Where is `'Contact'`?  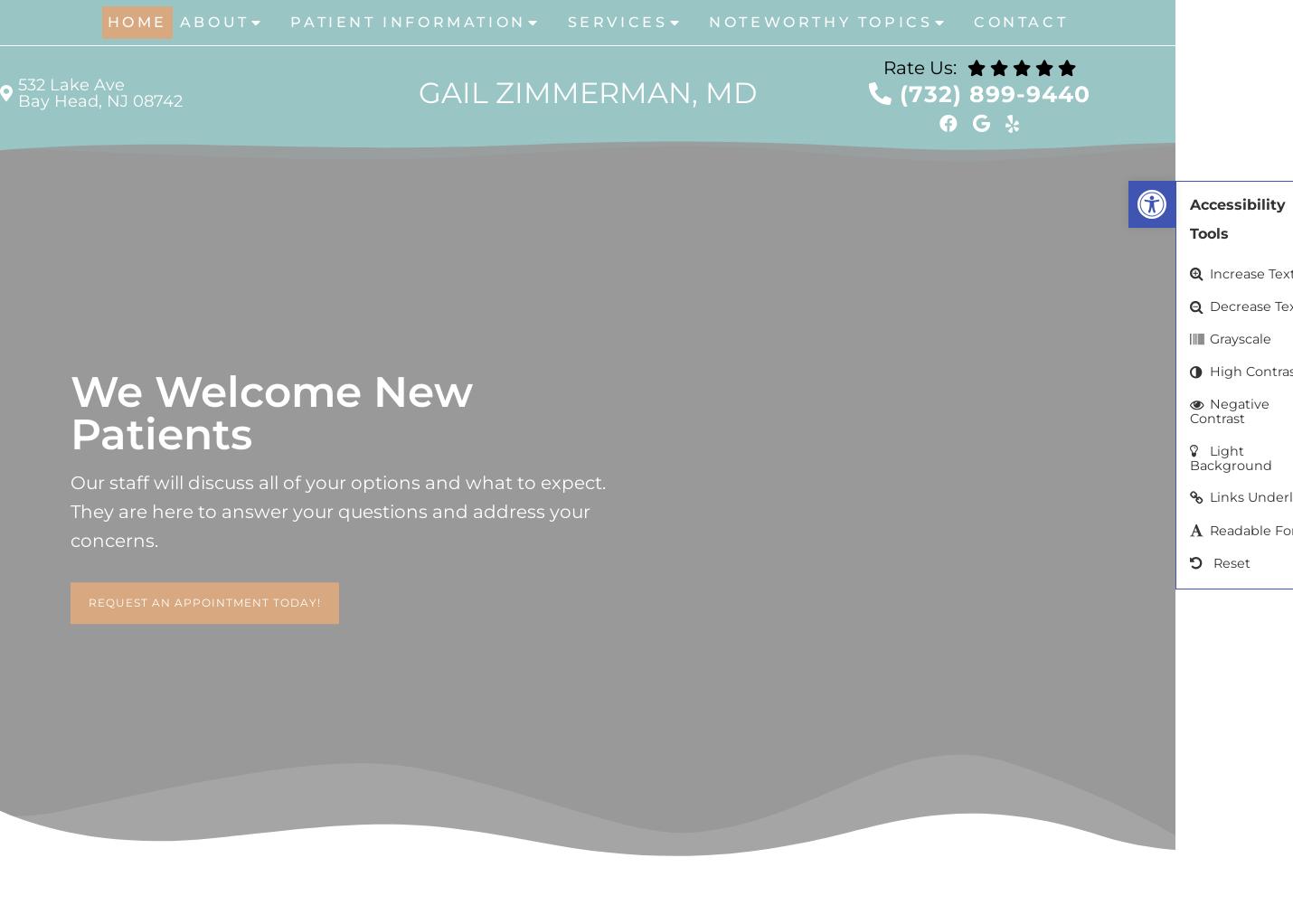 'Contact' is located at coordinates (1020, 21).